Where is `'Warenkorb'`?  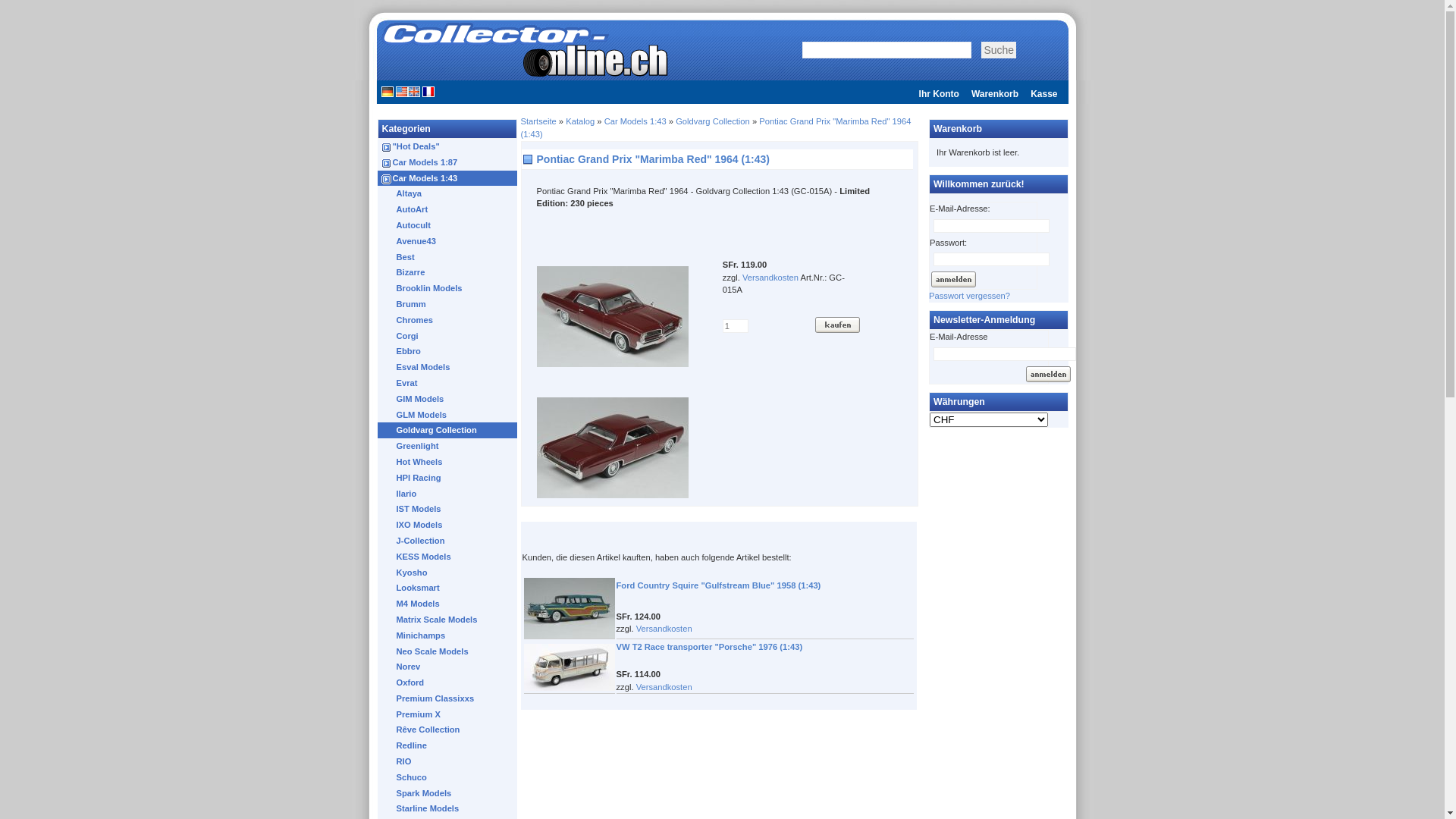
'Warenkorb' is located at coordinates (994, 93).